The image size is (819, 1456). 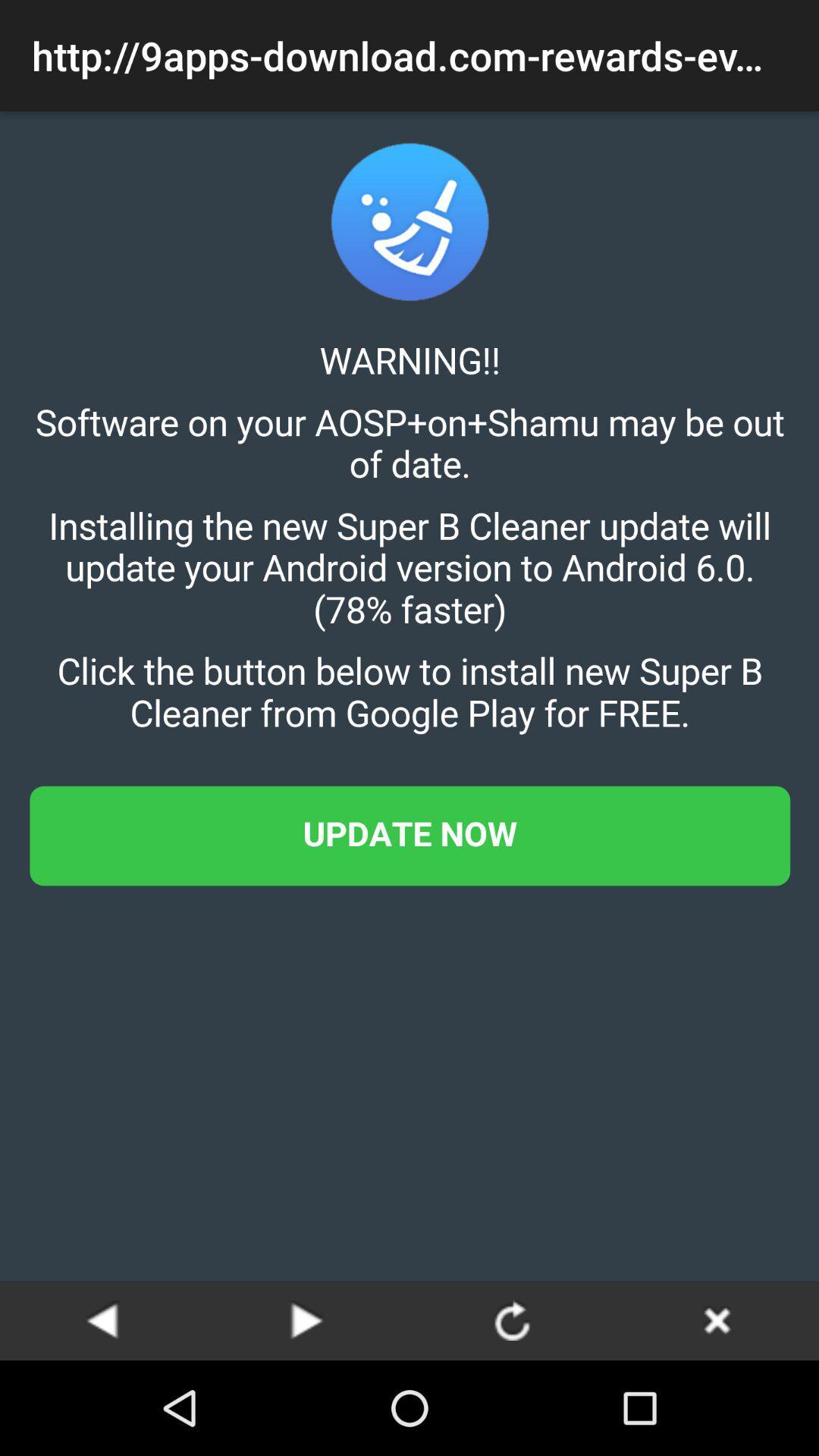 What do you see at coordinates (717, 1319) in the screenshot?
I see `go back` at bounding box center [717, 1319].